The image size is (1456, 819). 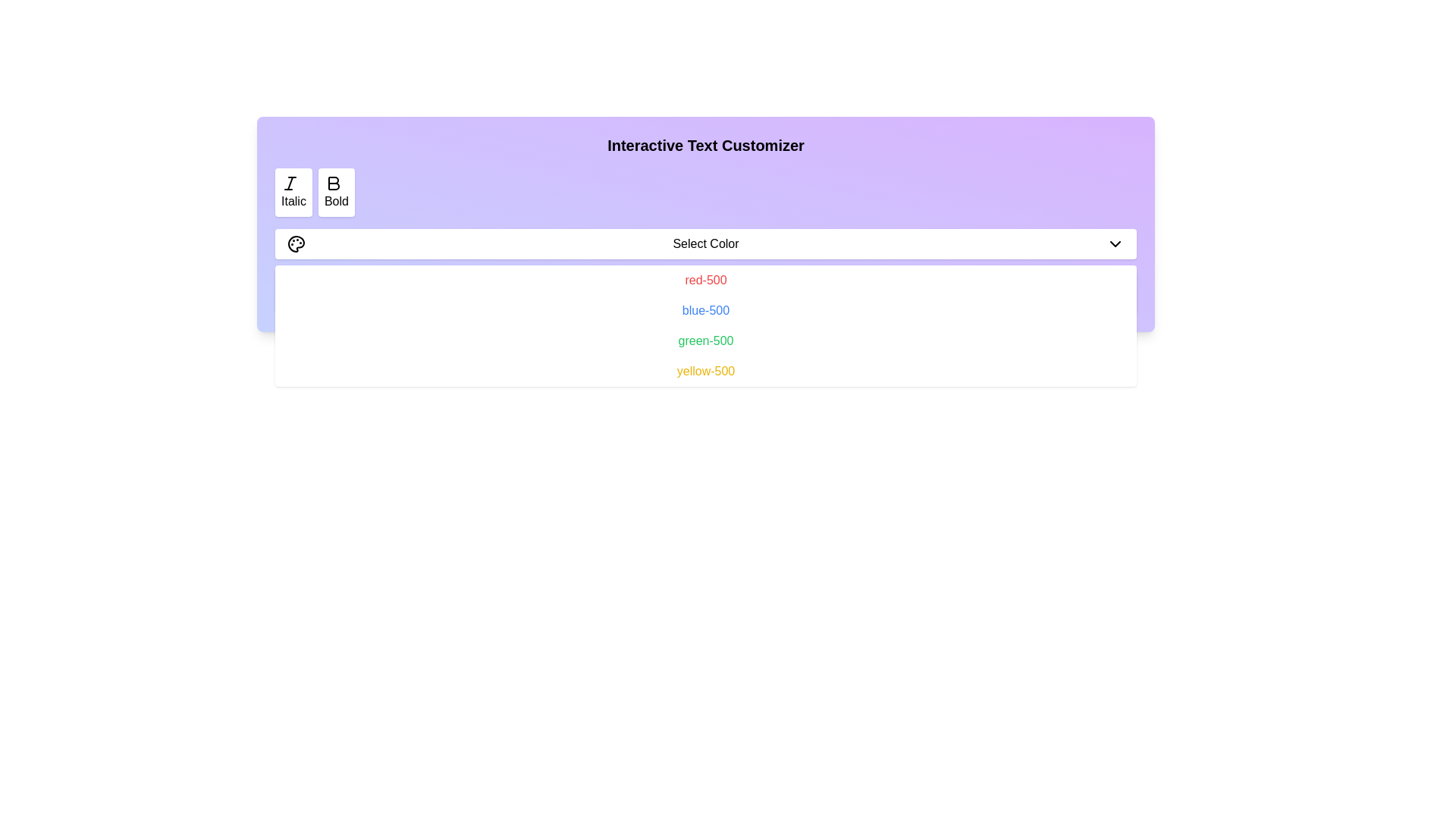 I want to click on the bold 'B' icon located in the upper section of the interface to apply bold formatting, so click(x=332, y=183).